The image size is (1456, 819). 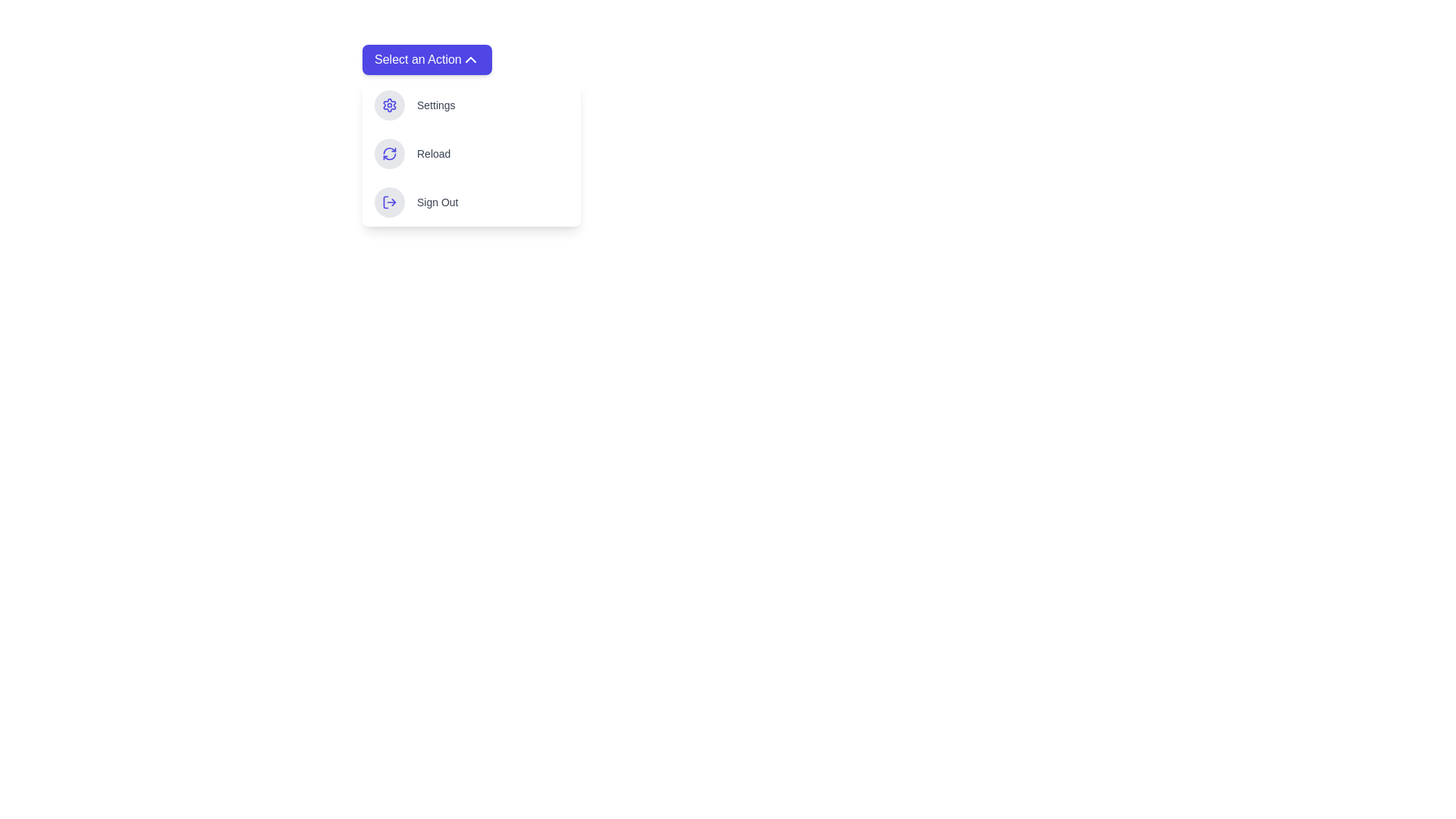 What do you see at coordinates (389, 154) in the screenshot?
I see `the 'Reload' icon located in the vertical menu below the 'Select an Action' dropdown` at bounding box center [389, 154].